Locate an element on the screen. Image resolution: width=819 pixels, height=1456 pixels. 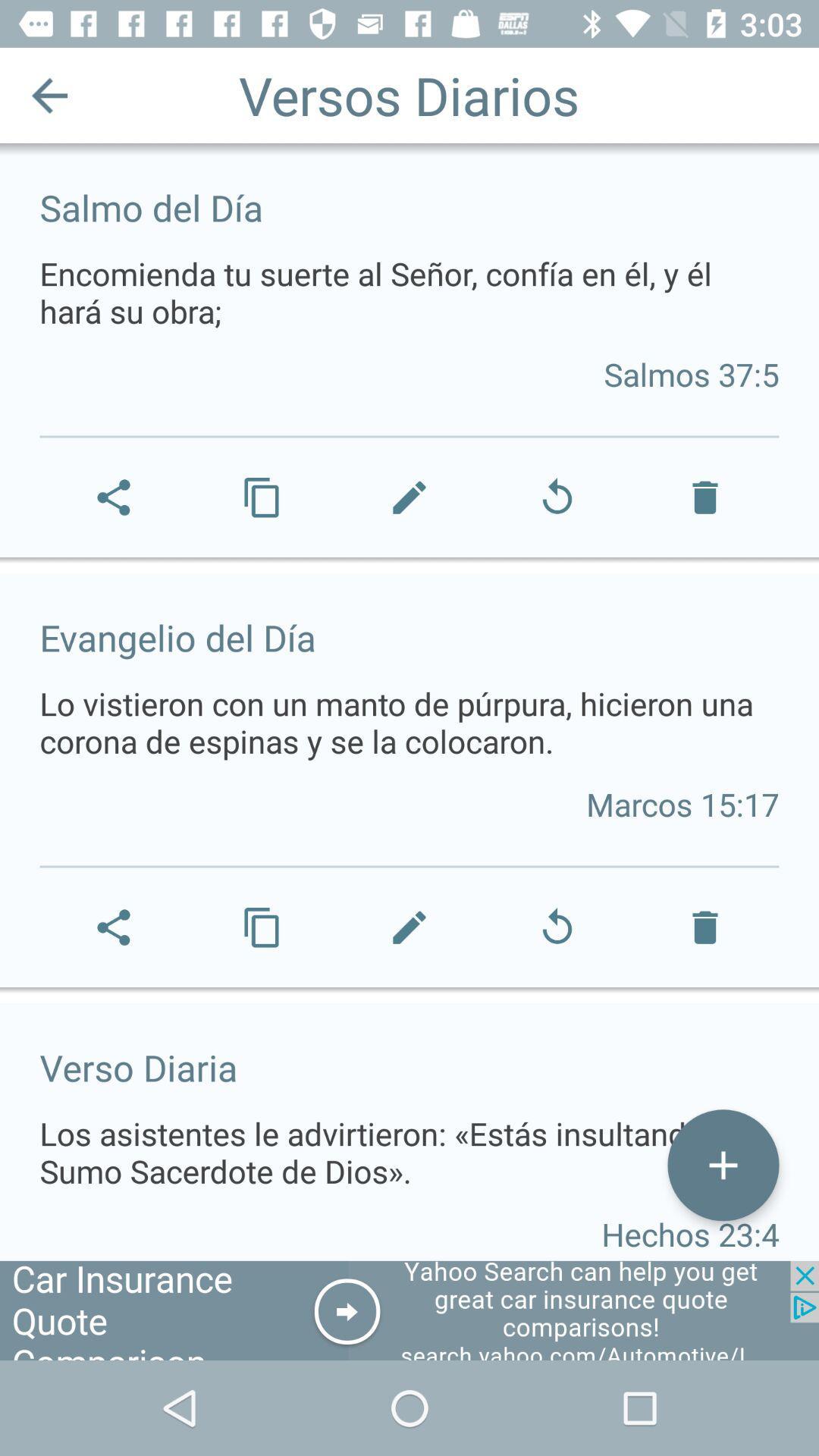
the add icon is located at coordinates (722, 1164).